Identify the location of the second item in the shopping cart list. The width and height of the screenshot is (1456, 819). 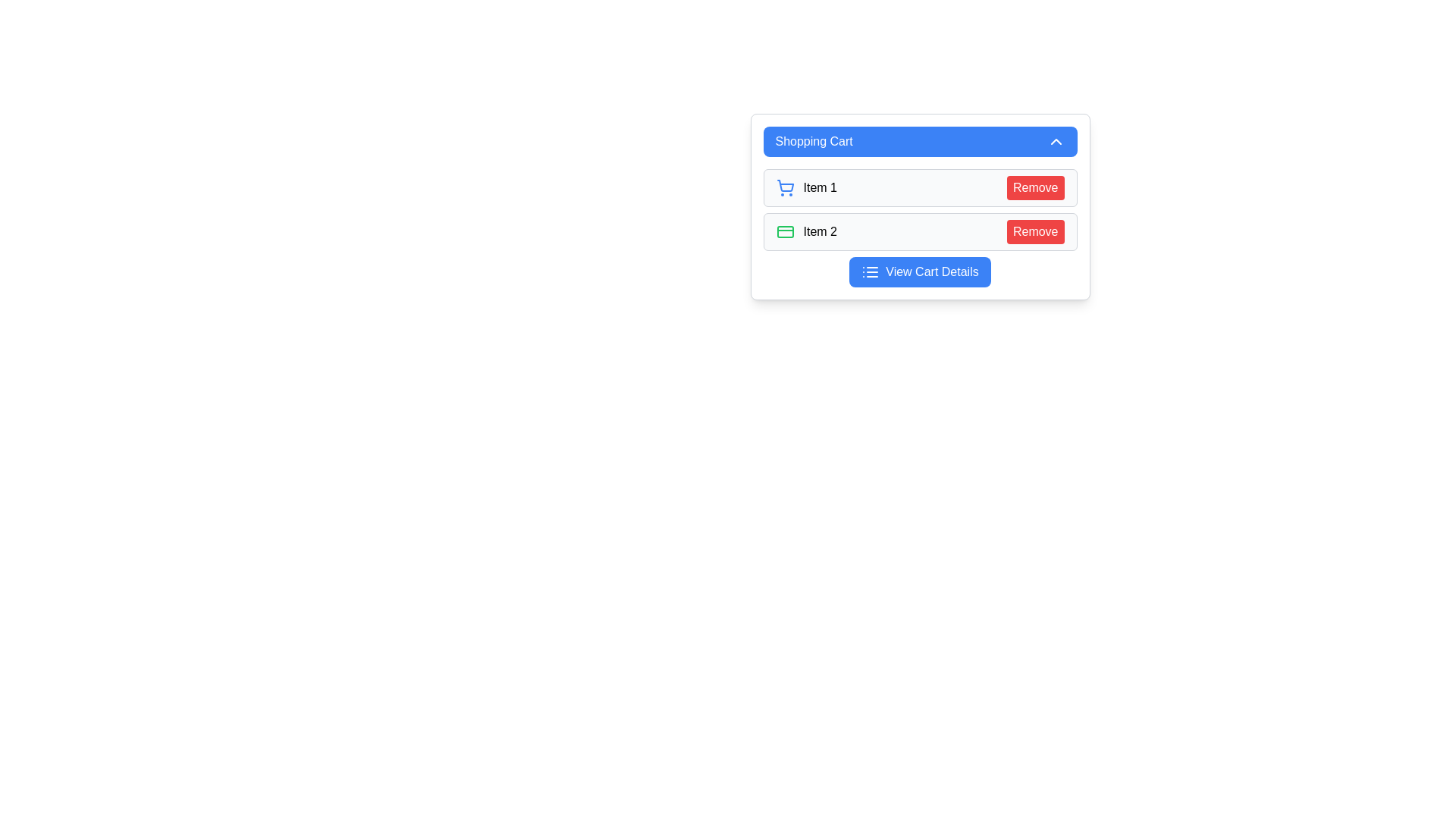
(919, 231).